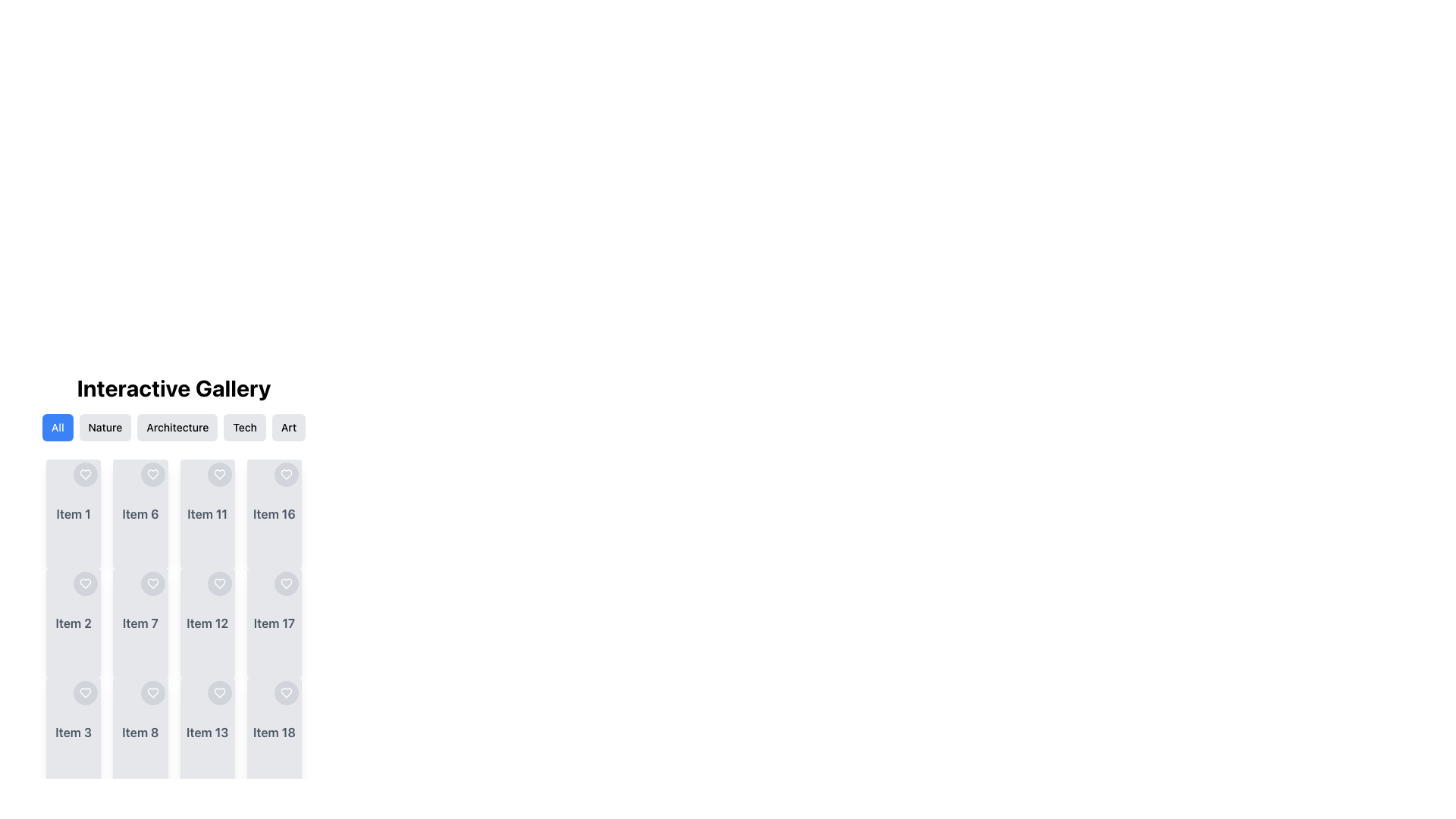  Describe the element at coordinates (218, 473) in the screenshot. I see `the circular Icon Button with a light gray background and a white heart icon located at the top-right corner of the card labeled 'Item 11' in the interactive gallery` at that location.